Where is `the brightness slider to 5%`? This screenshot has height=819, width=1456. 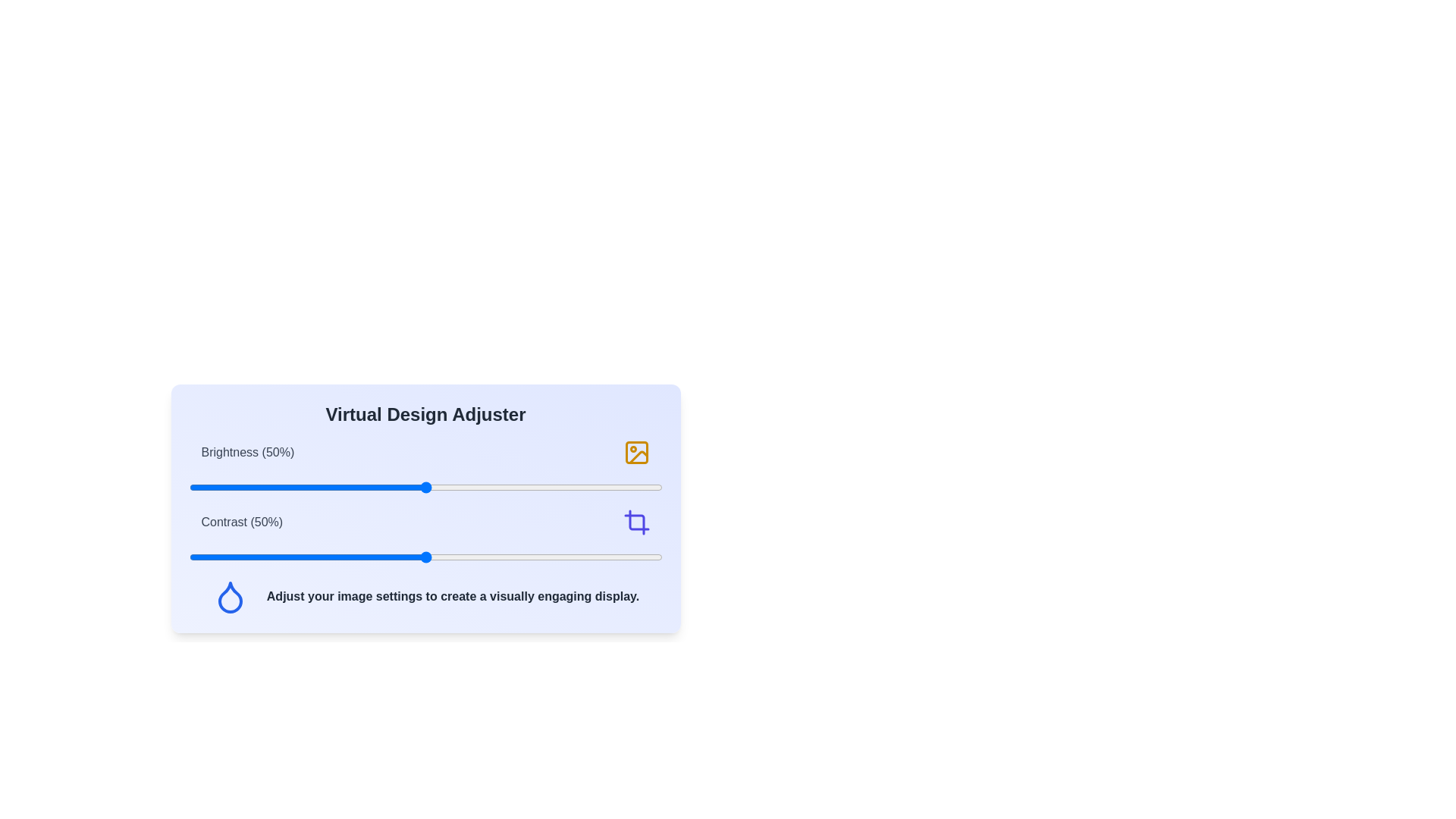 the brightness slider to 5% is located at coordinates (212, 488).